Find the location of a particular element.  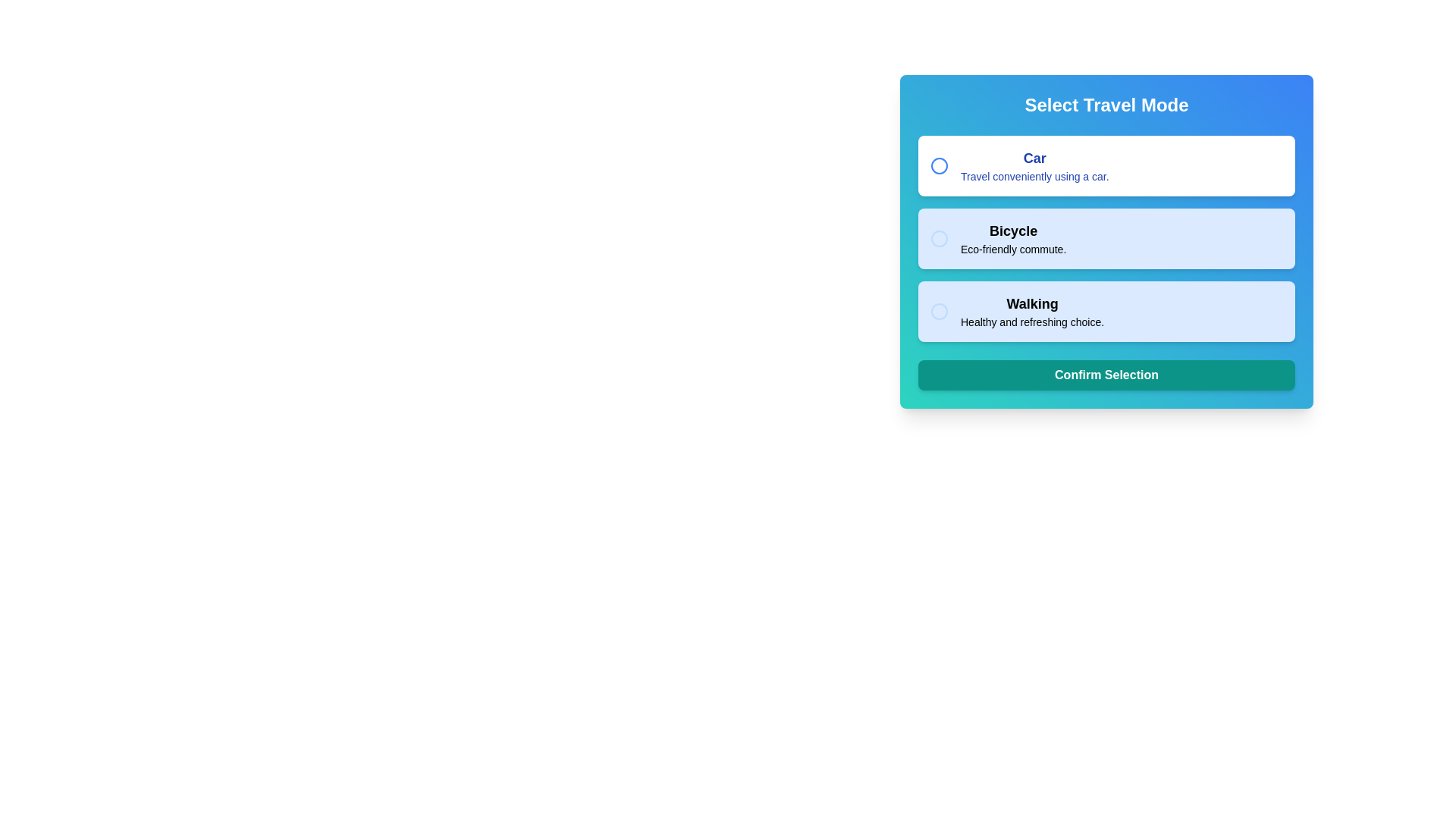

the selectable option for 'Bicycle' in the vertical list of travel mode choices is located at coordinates (1106, 239).